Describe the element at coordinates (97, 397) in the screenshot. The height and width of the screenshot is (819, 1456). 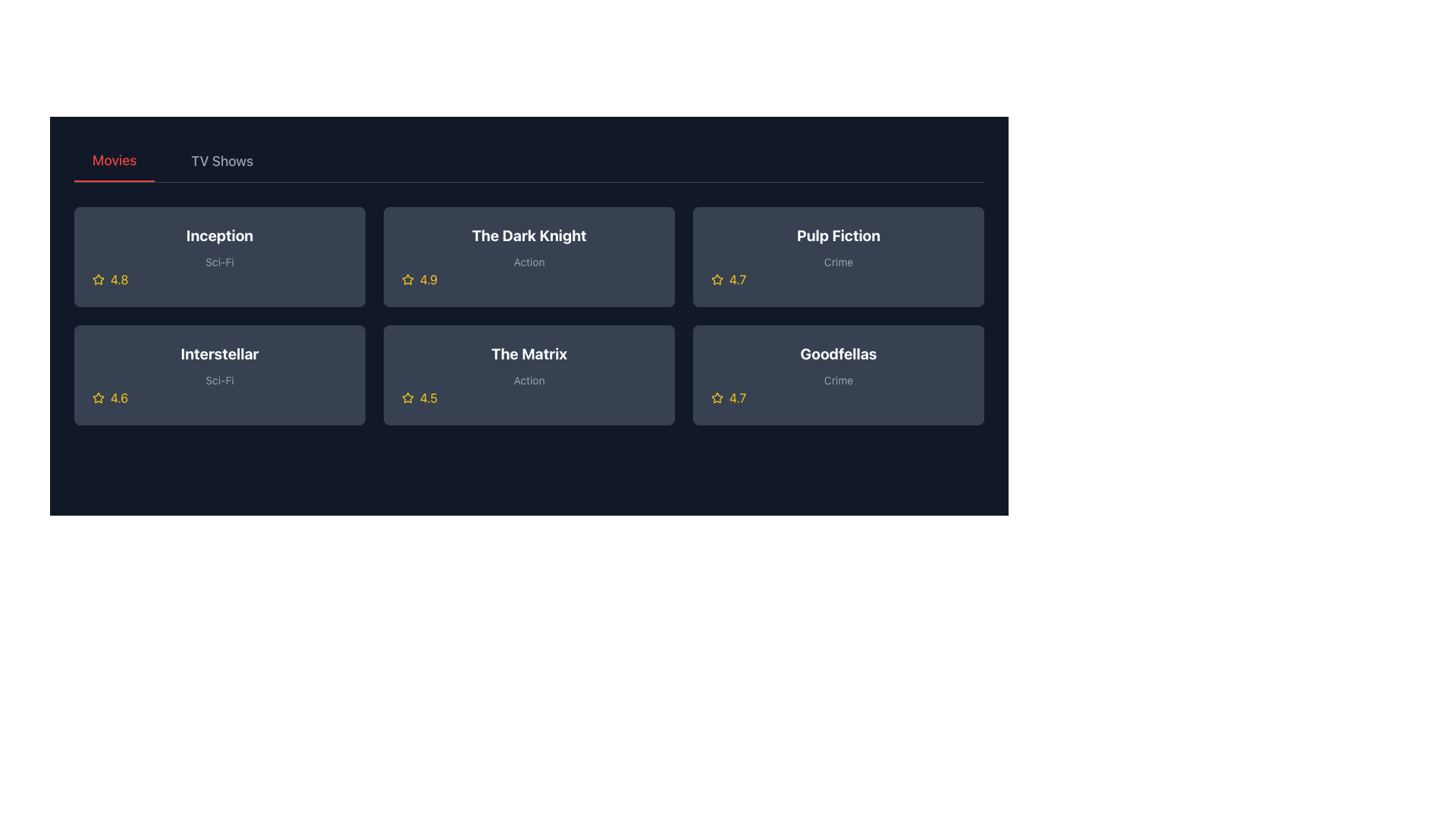
I see `the yellow star-shaped rating icon located to the left of the rating score '4.6' in the bottom row of the movie grid for 'Interstellar'` at that location.